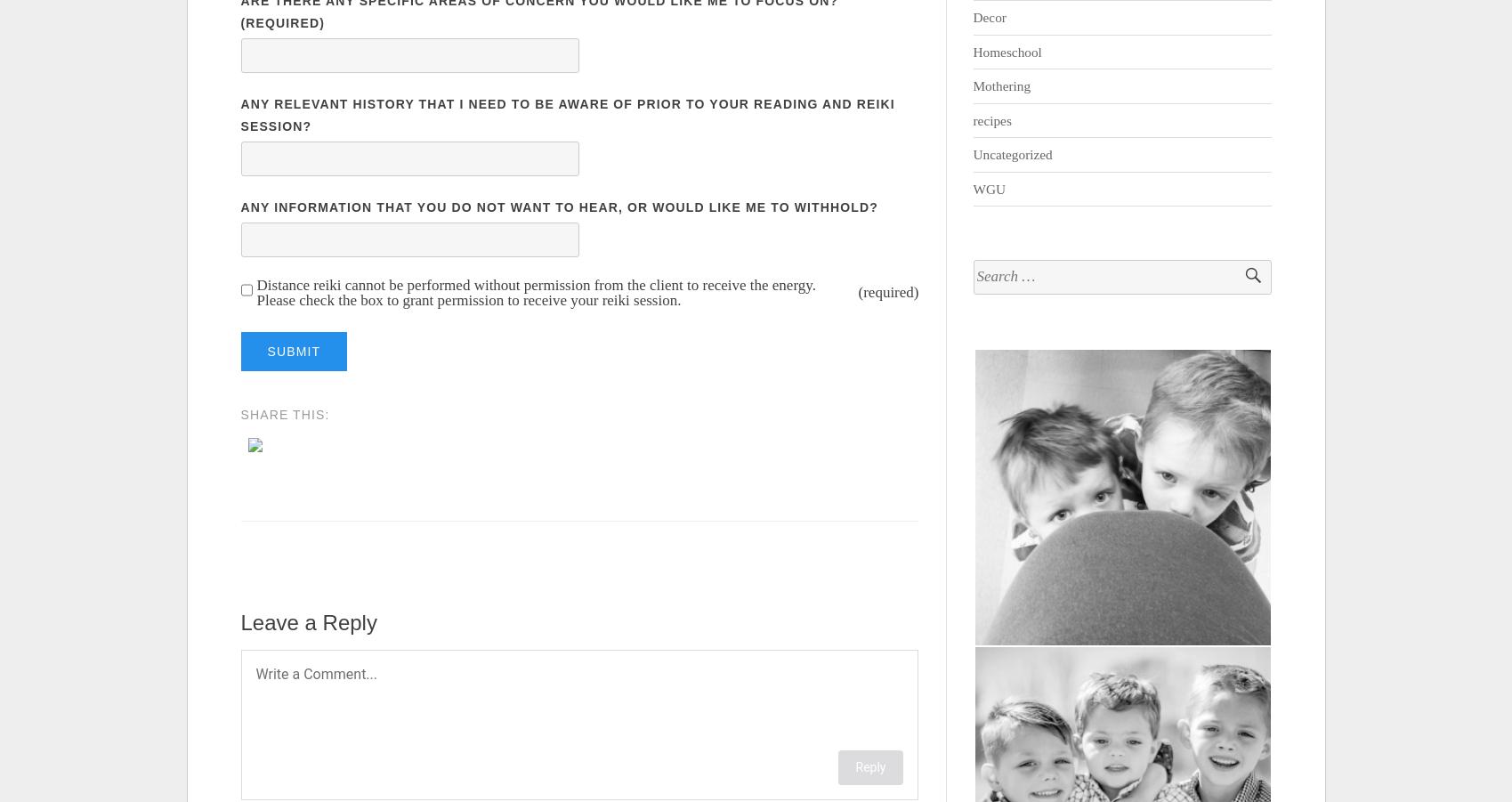 The width and height of the screenshot is (1512, 802). I want to click on 'Submit', so click(292, 350).